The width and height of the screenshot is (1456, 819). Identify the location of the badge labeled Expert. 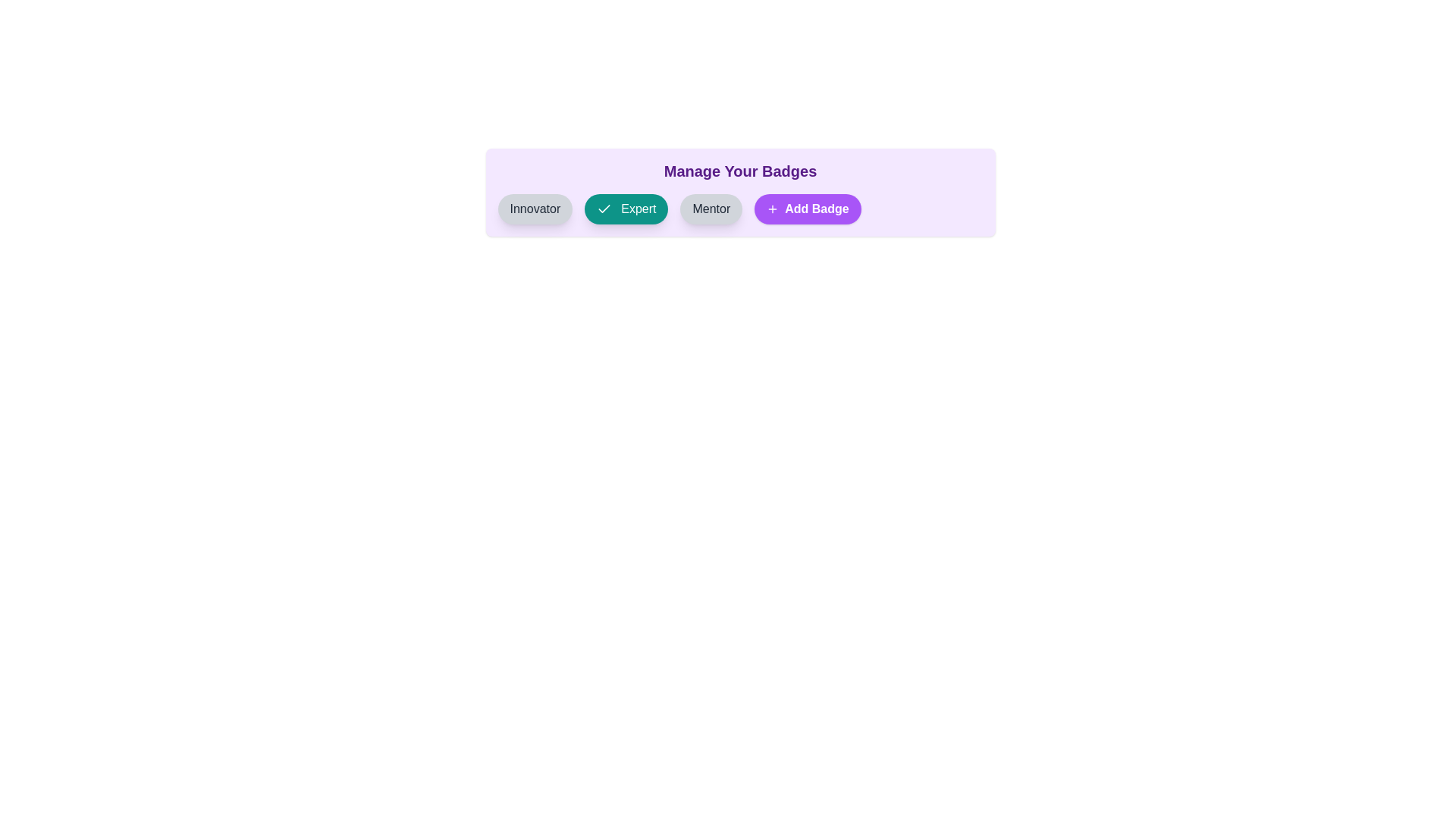
(626, 209).